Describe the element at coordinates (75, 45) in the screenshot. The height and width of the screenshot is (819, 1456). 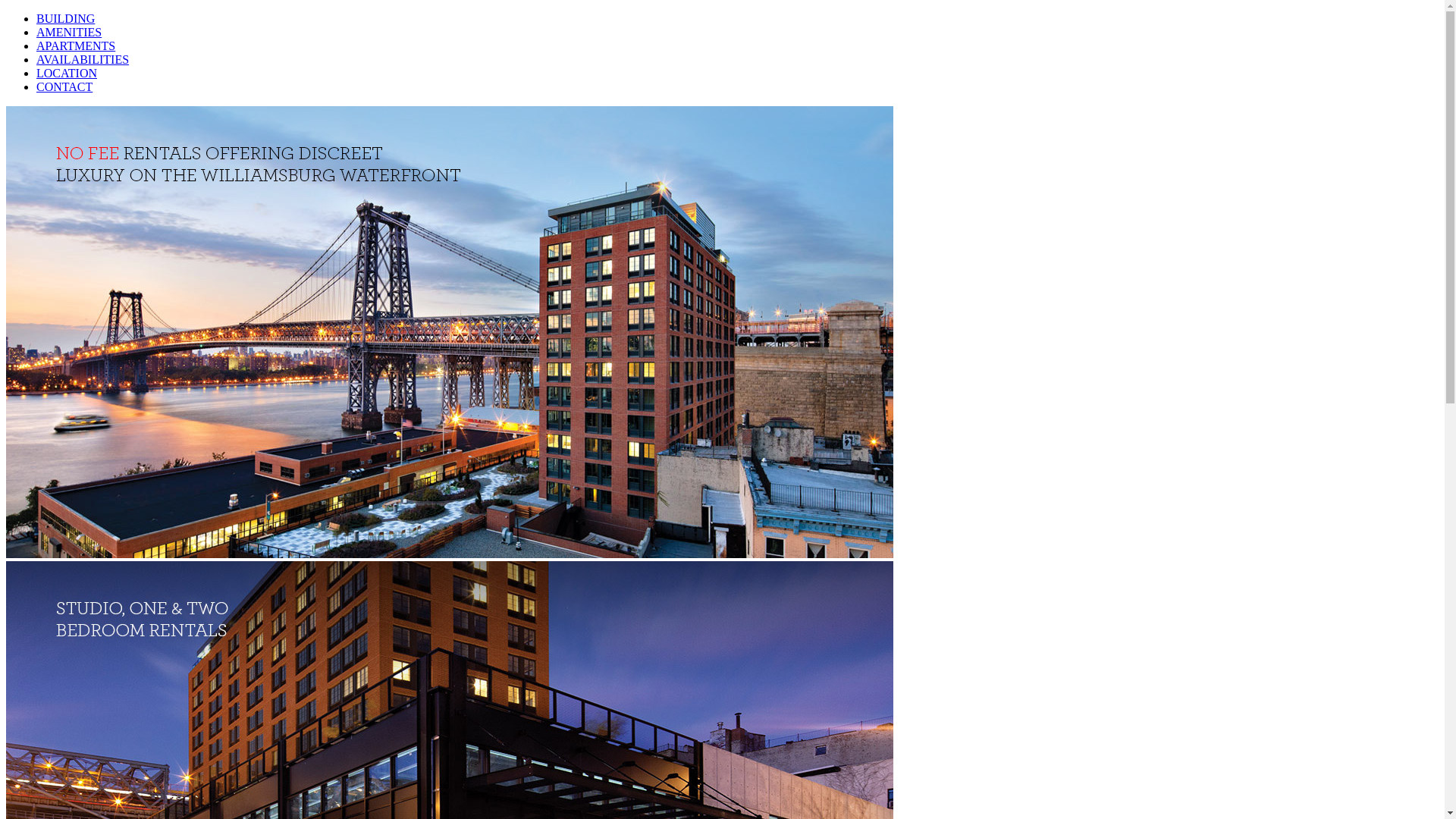
I see `'APARTMENTS'` at that location.